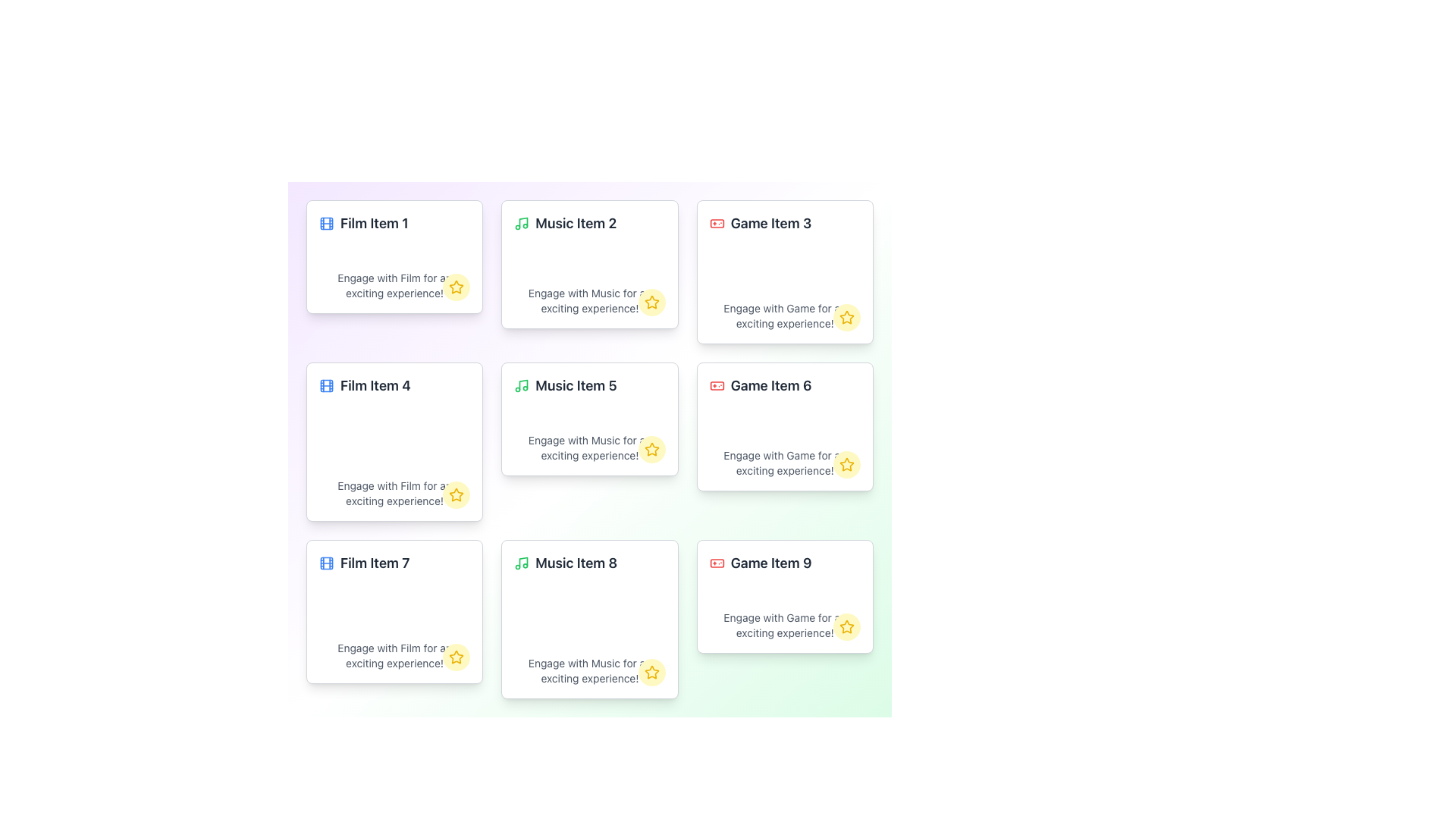 The width and height of the screenshot is (1456, 819). I want to click on the decorative outermost rectangle of the film icon located to the left of the 'Film Item 7' text, so click(326, 563).